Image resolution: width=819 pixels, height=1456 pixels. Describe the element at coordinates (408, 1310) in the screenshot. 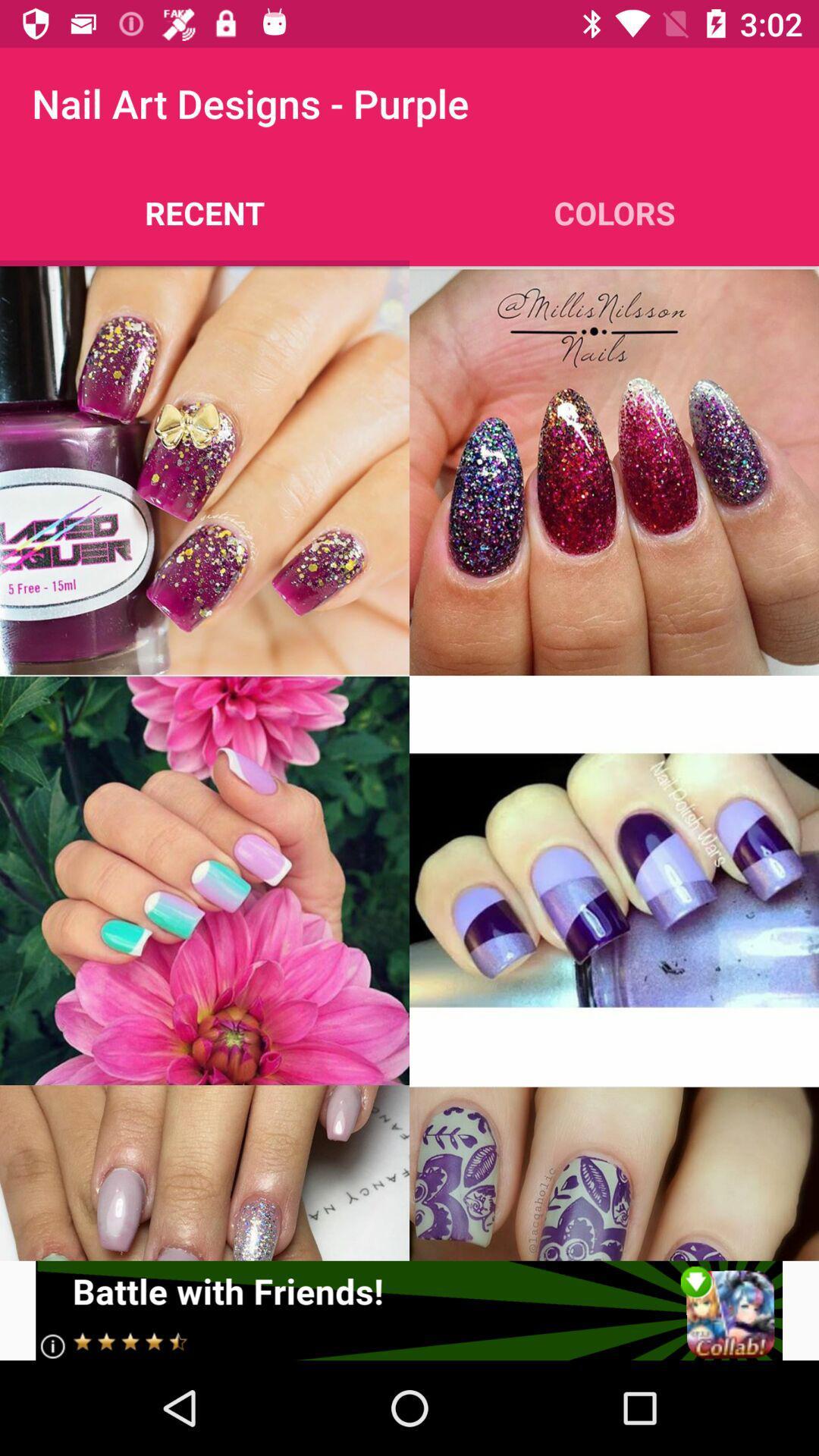

I see `advertising` at that location.